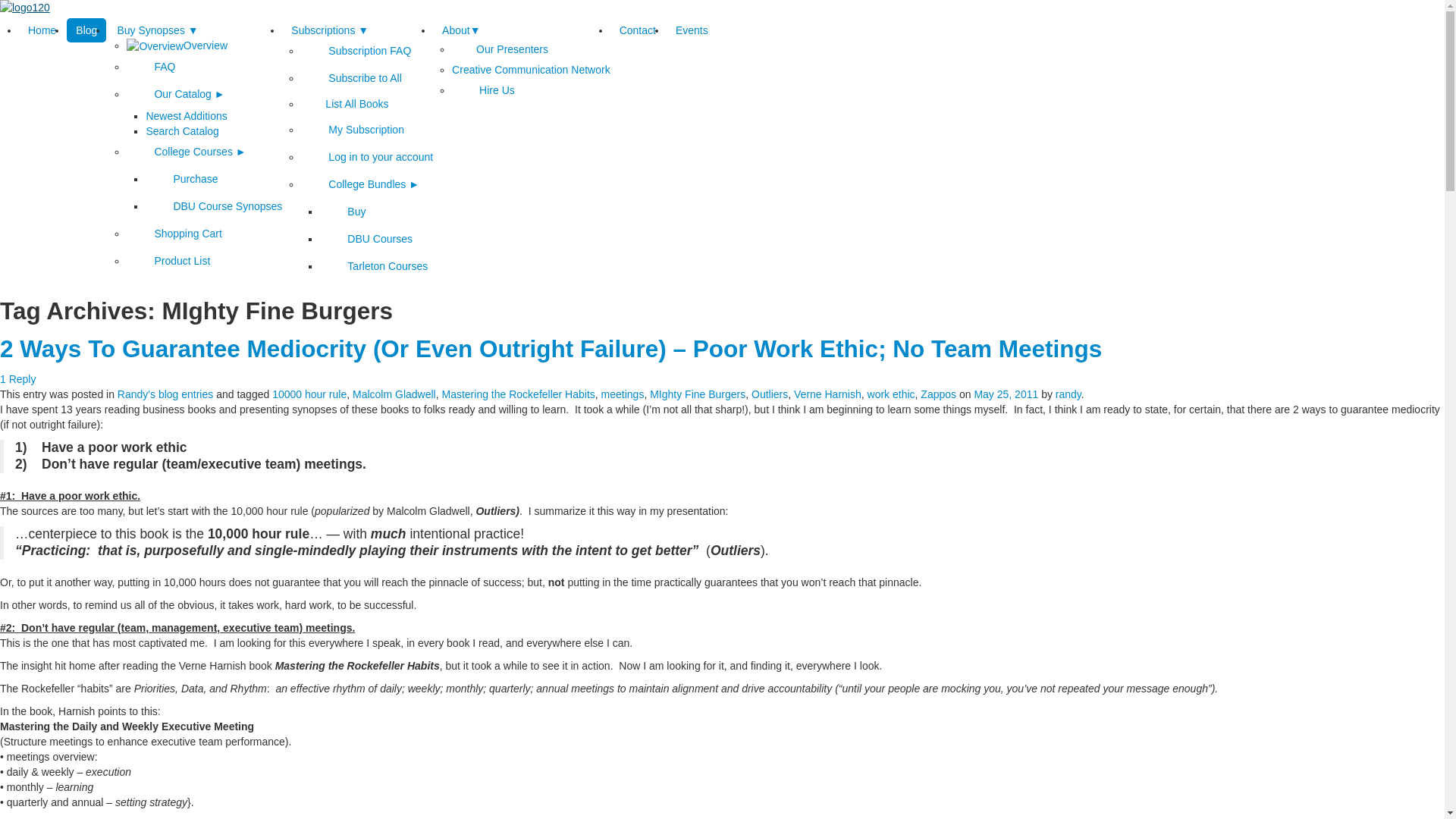 The width and height of the screenshot is (1456, 819). I want to click on 'Verne Harnish', so click(827, 394).